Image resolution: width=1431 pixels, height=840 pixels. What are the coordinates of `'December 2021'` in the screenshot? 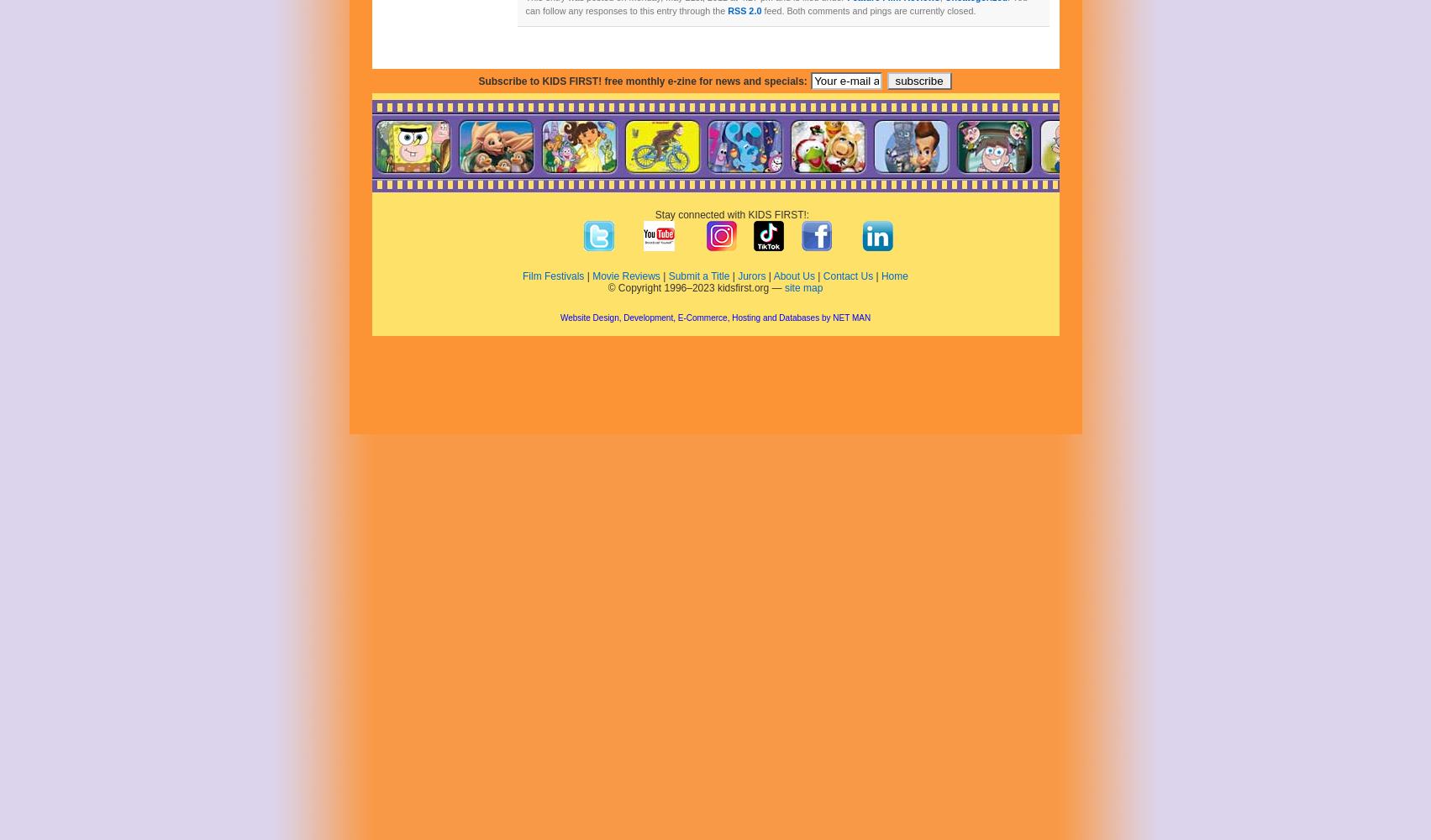 It's located at (398, 107).